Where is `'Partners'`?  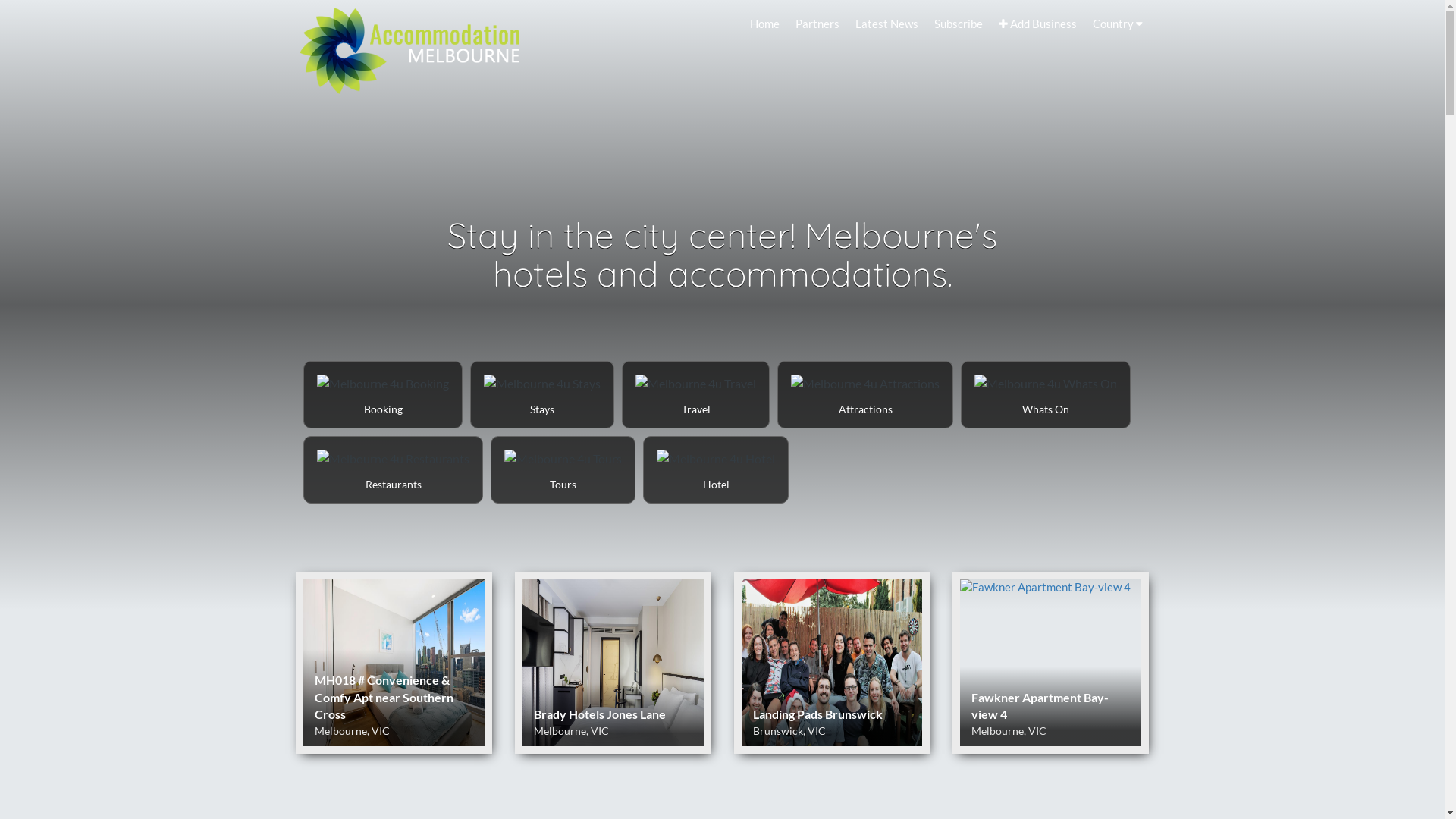
'Partners' is located at coordinates (817, 23).